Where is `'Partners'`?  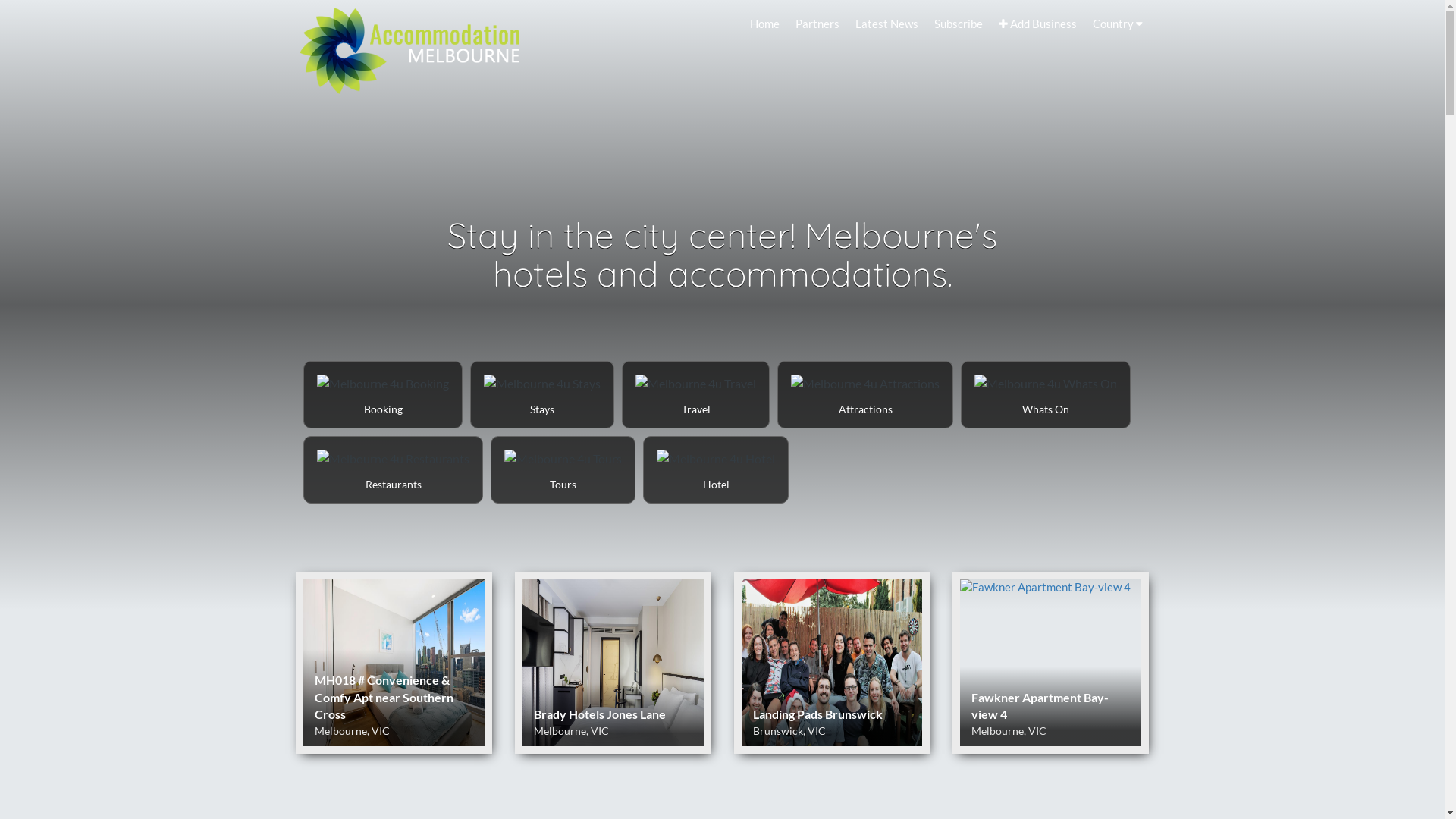
'Partners' is located at coordinates (817, 23).